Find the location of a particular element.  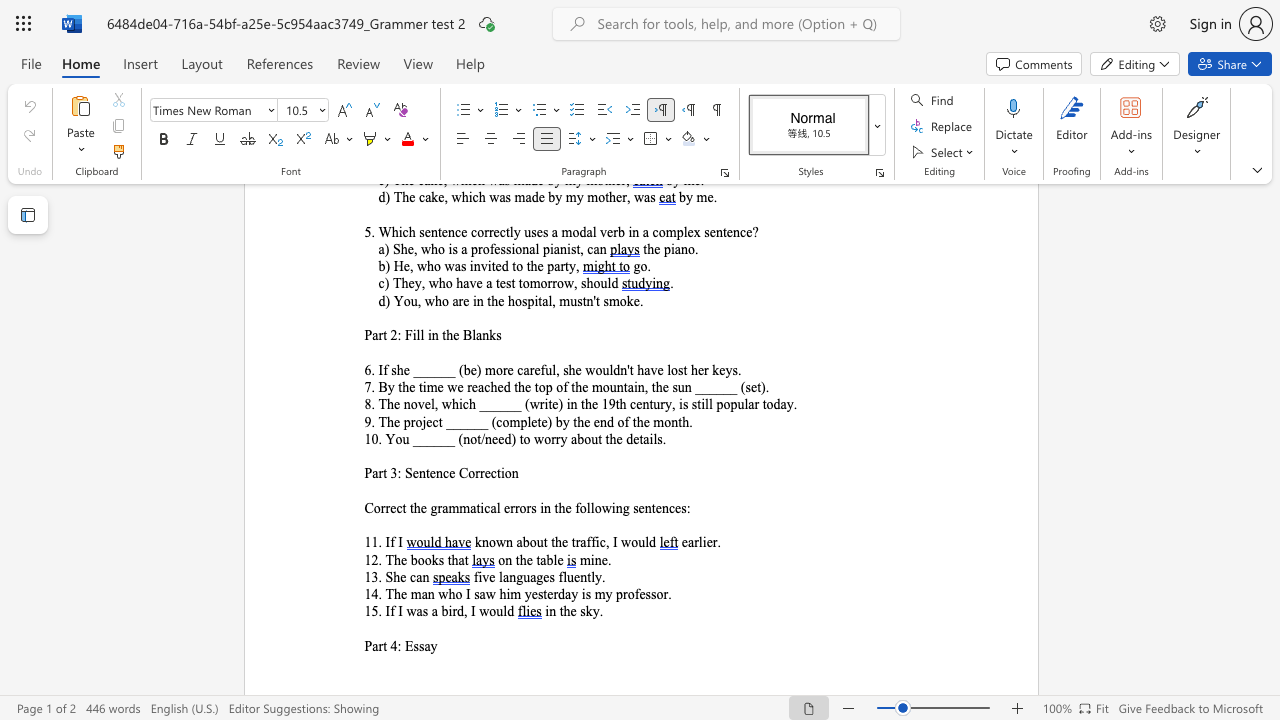

the space between the continuous character "o" and "r" in the text is located at coordinates (662, 593).